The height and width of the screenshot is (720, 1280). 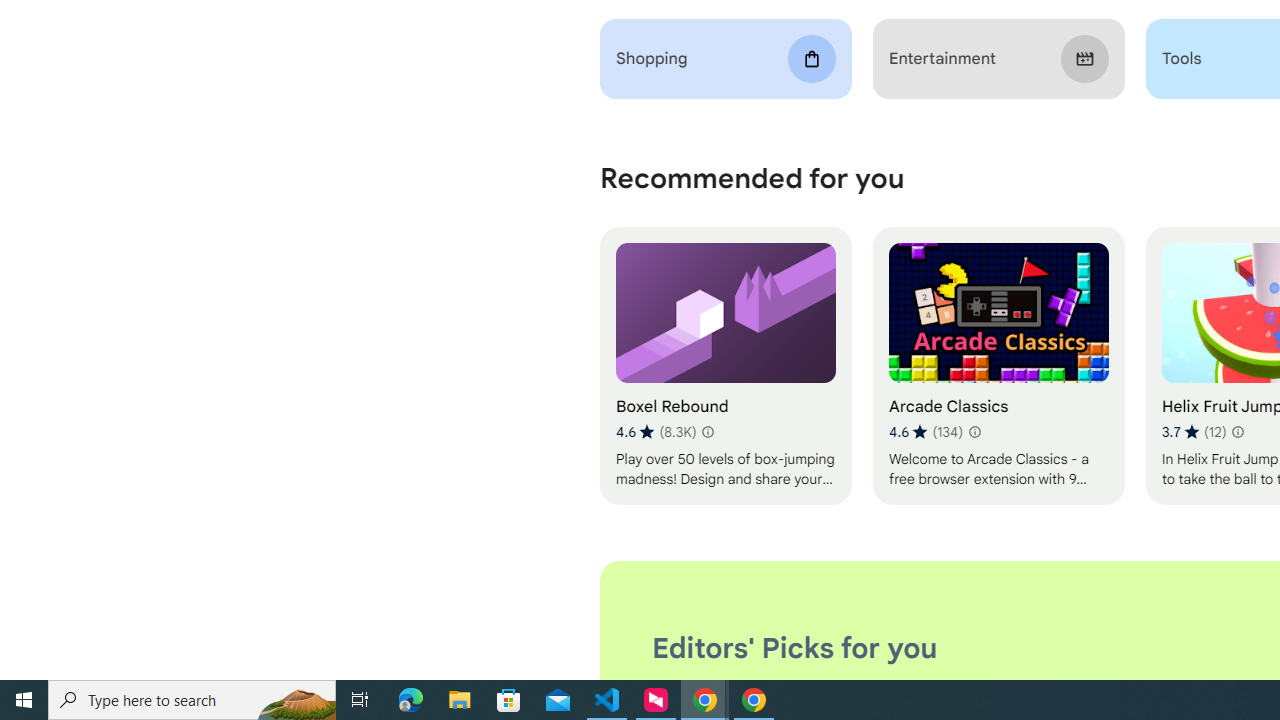 I want to click on 'Average rating 4.6 out of 5 stars. 8.3K ratings.', so click(x=656, y=431).